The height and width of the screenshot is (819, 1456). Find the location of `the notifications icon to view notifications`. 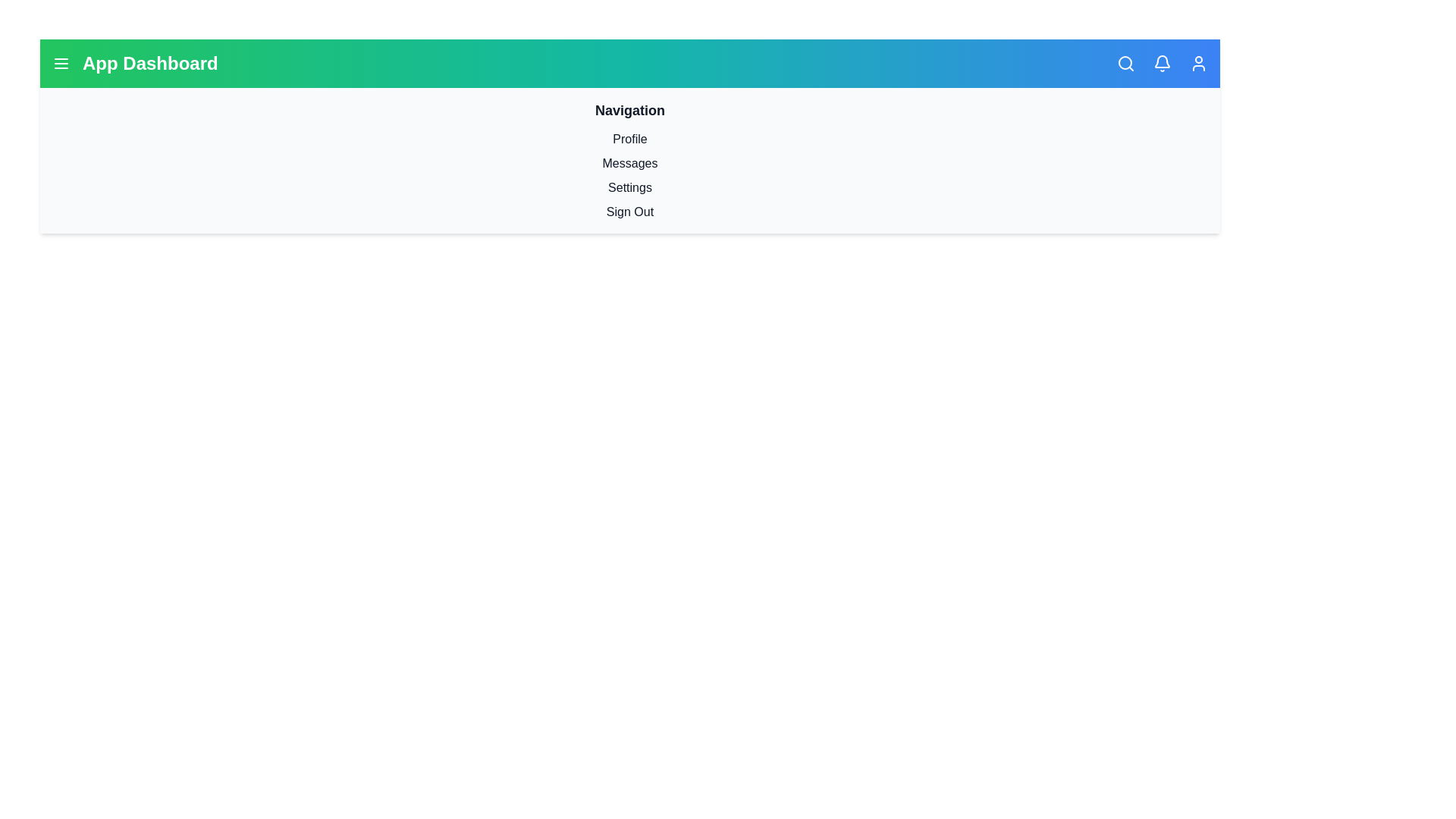

the notifications icon to view notifications is located at coordinates (1161, 63).